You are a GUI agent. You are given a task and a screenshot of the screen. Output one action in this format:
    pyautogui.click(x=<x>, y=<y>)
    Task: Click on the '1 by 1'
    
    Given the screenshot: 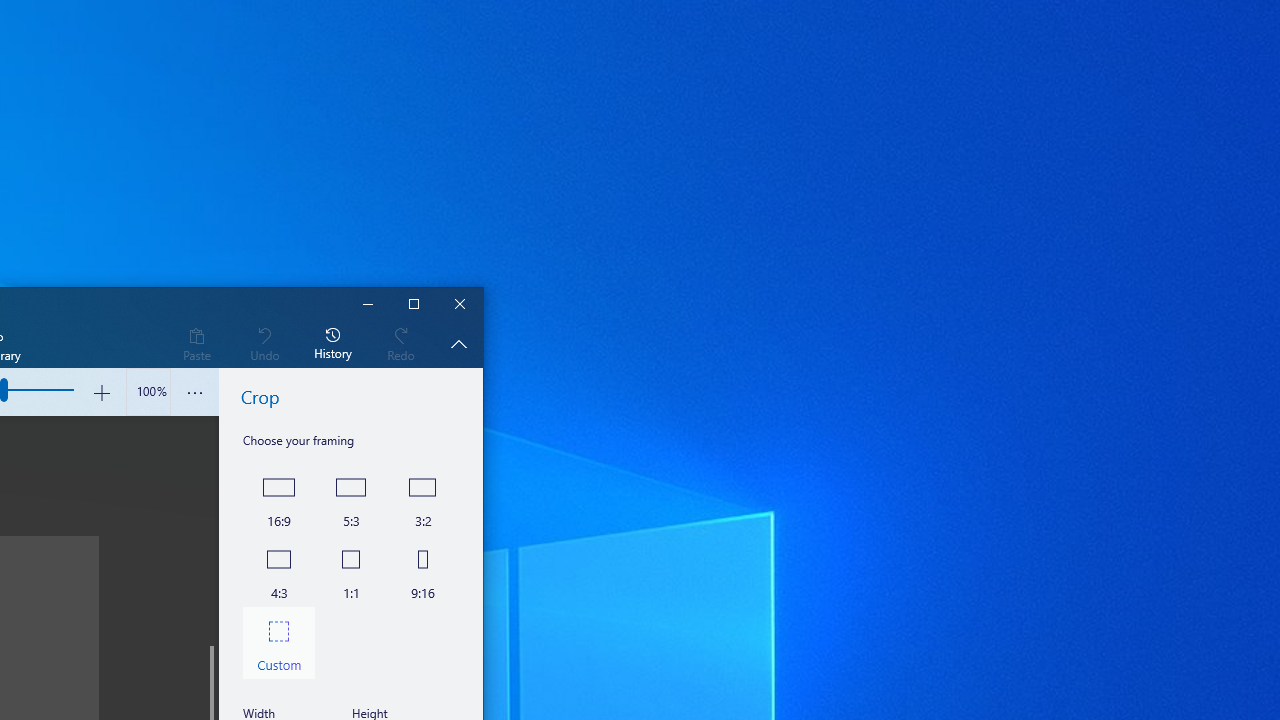 What is the action you would take?
    pyautogui.click(x=350, y=570)
    